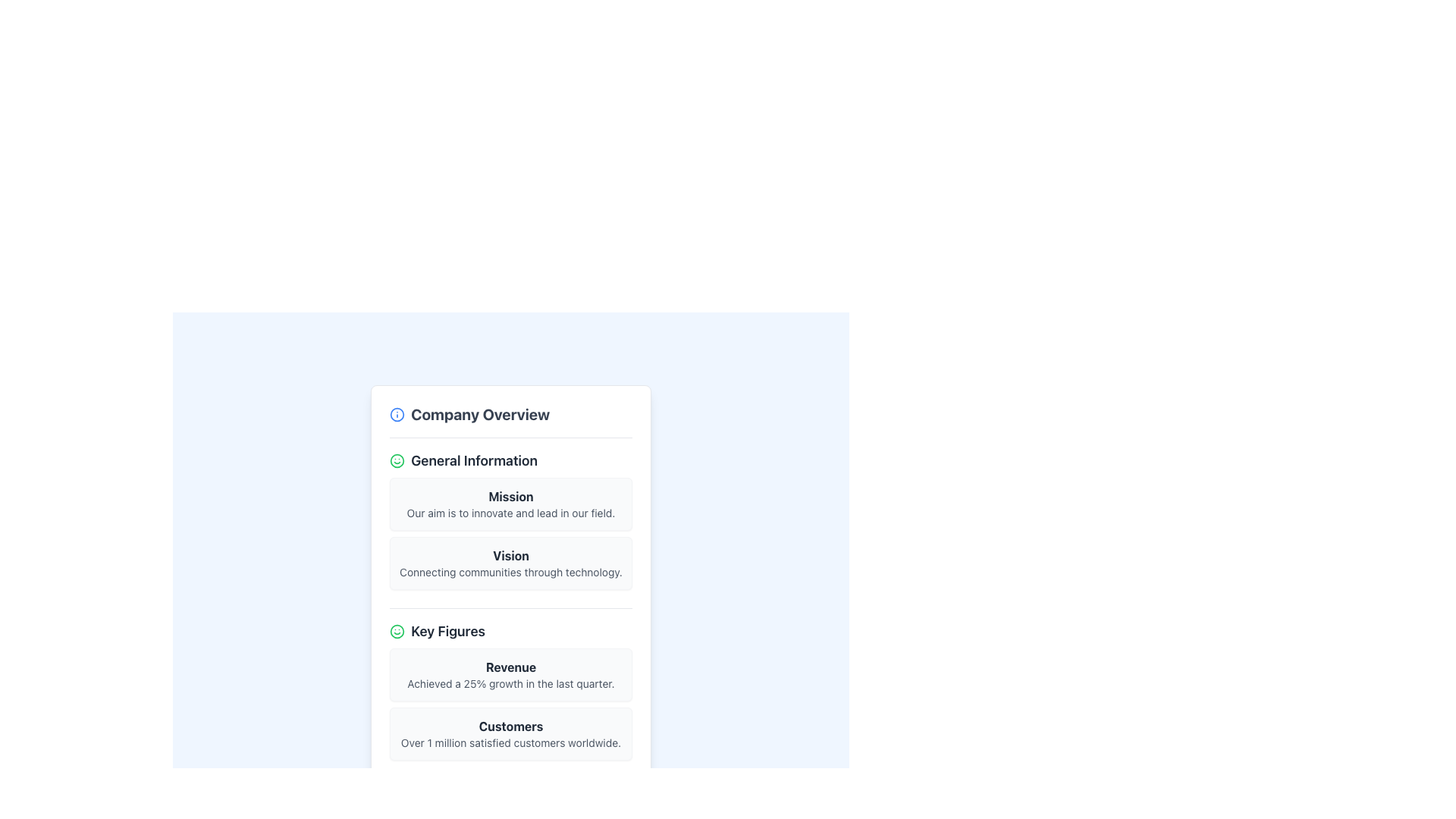 This screenshot has width=1456, height=819. Describe the element at coordinates (510, 415) in the screenshot. I see `the 'Company Overview' header section at the top of the card` at that location.